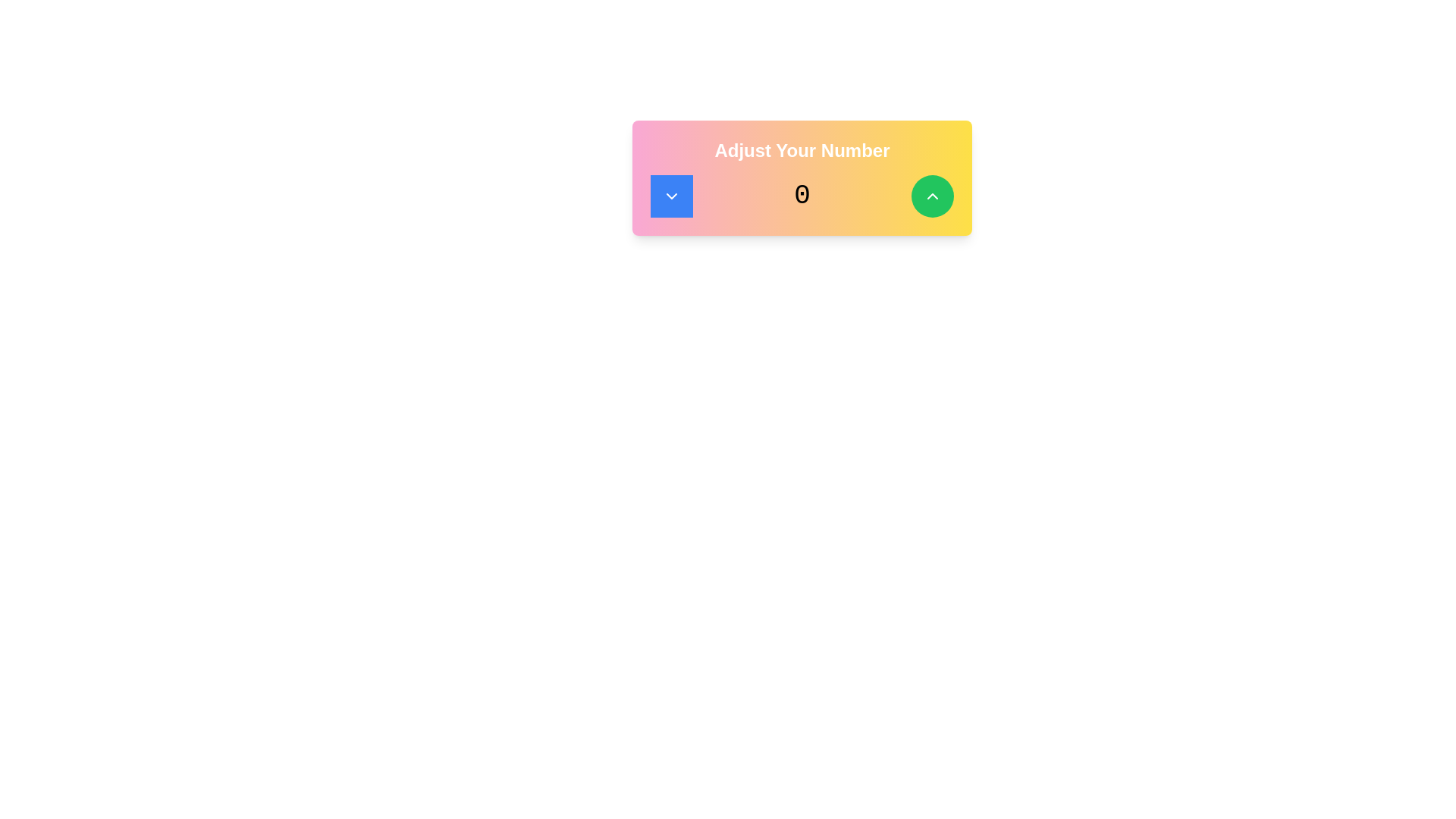  I want to click on the downward-facing chevron icon located in the center of a blue circular button on the leftmost side of a gradient-colored panel labeled 'Adjust Your Number' to trigger a tooltip or visual feedback, so click(671, 195).